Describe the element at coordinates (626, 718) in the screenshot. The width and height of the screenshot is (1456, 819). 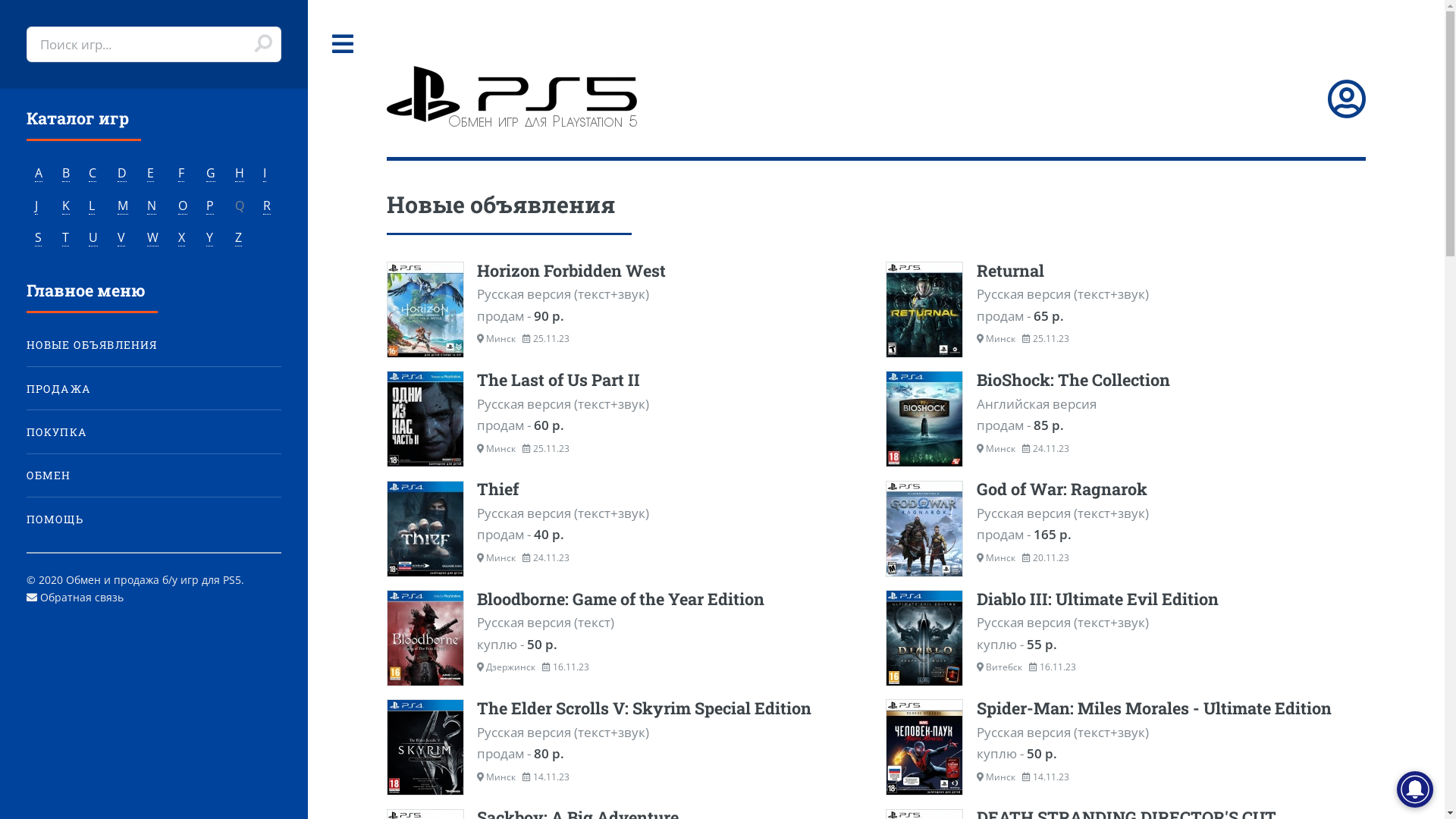
I see `'The Elder Scrolls V: Skyrim Special Edition'` at that location.